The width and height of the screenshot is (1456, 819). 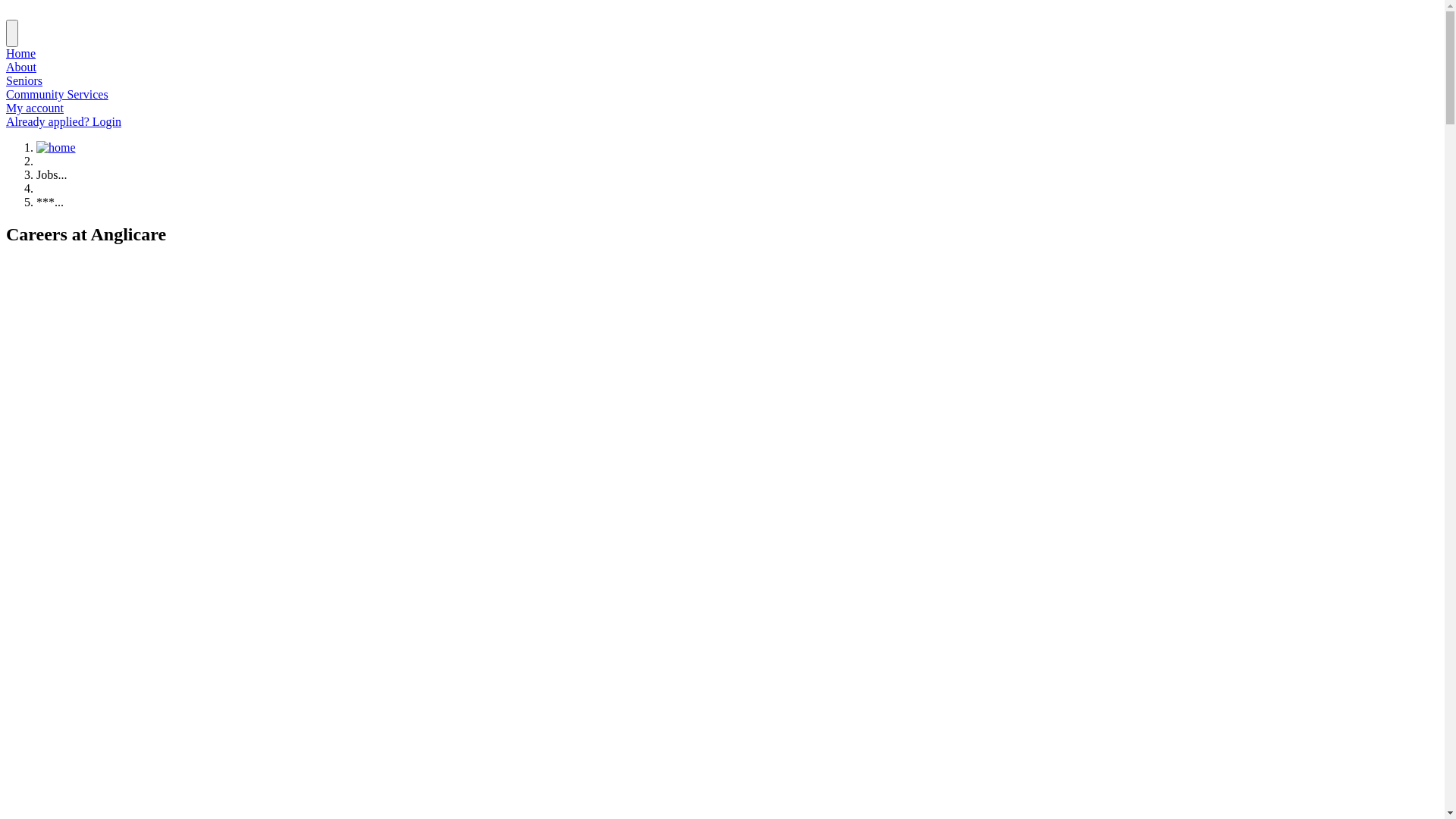 What do you see at coordinates (51, 174) in the screenshot?
I see `'Jobs...'` at bounding box center [51, 174].